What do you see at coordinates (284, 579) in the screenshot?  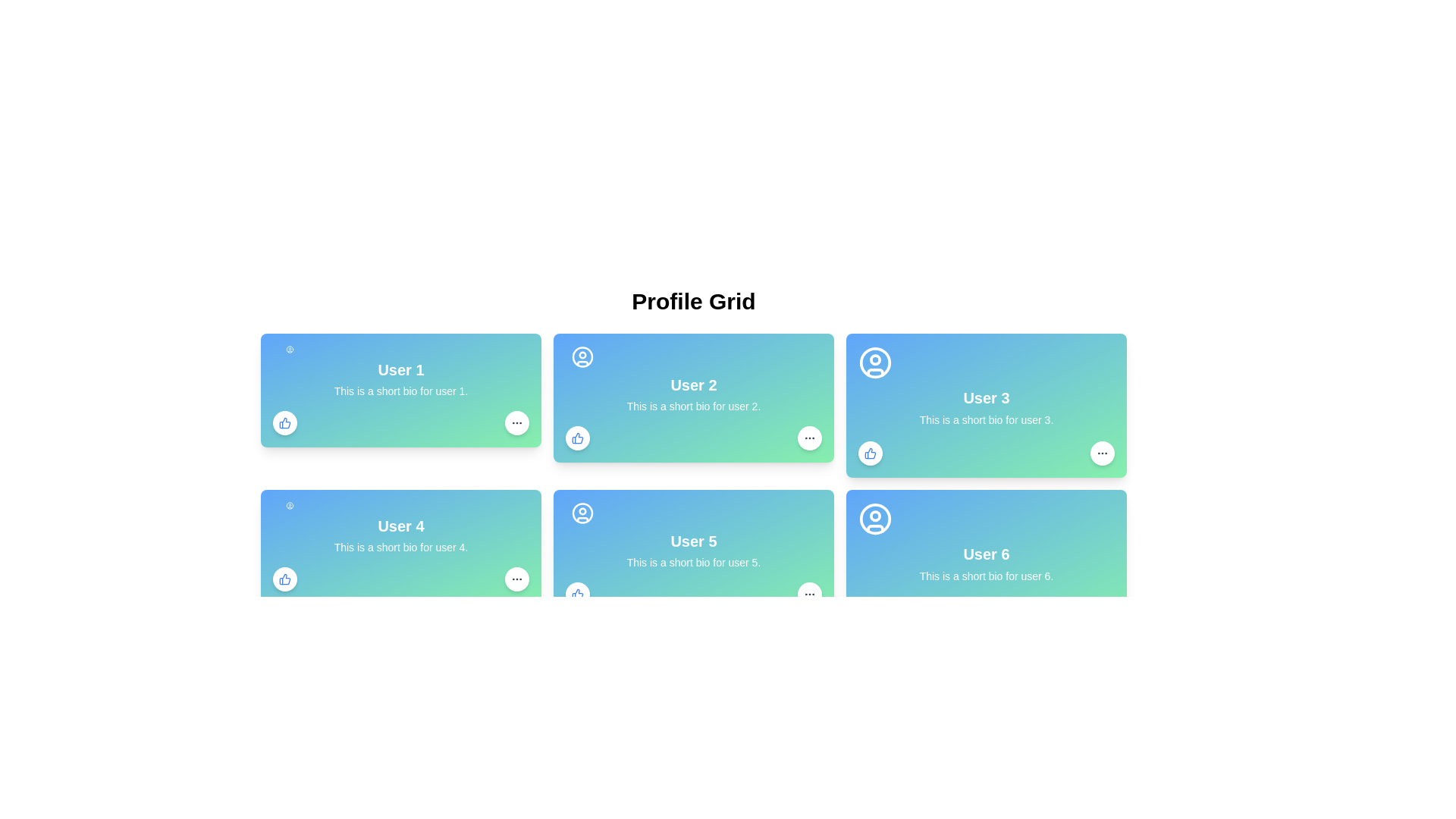 I see `the positive feedback icon located at the bottom-left corner of the card labeled 'User 4', below the bio text` at bounding box center [284, 579].